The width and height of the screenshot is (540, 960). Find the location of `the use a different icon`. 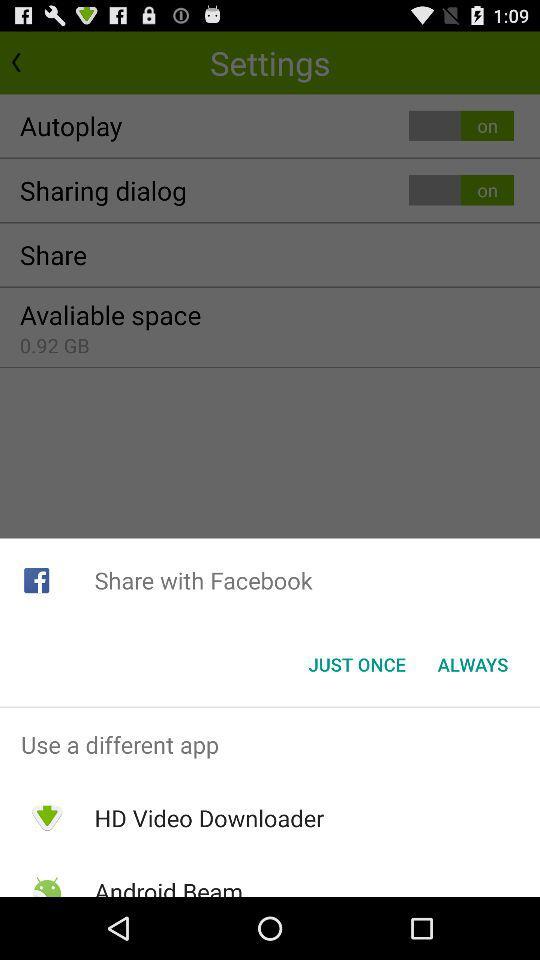

the use a different icon is located at coordinates (270, 743).